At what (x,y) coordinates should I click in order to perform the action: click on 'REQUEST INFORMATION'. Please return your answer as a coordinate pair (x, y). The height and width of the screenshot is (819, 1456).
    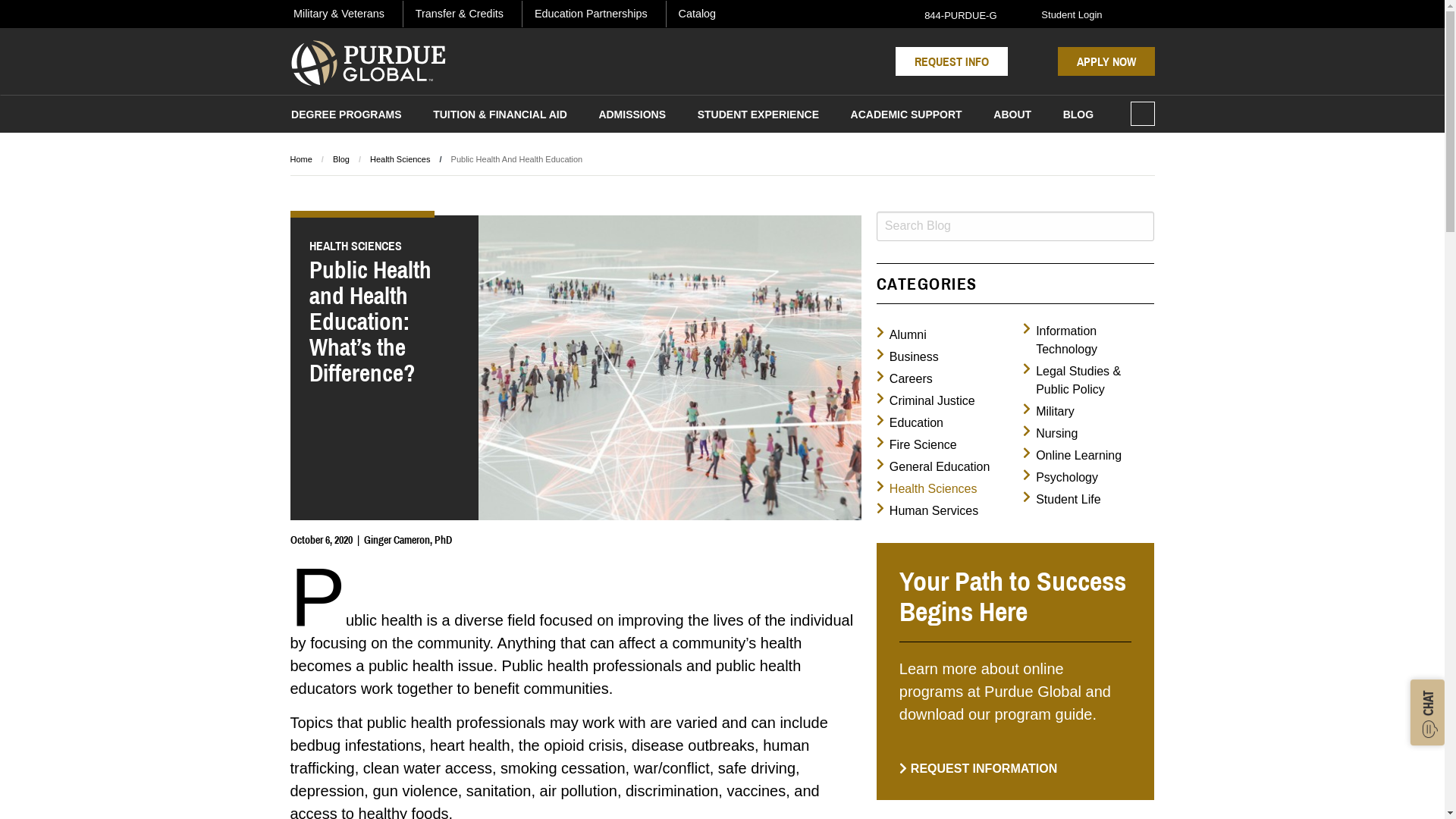
    Looking at the image, I should click on (978, 768).